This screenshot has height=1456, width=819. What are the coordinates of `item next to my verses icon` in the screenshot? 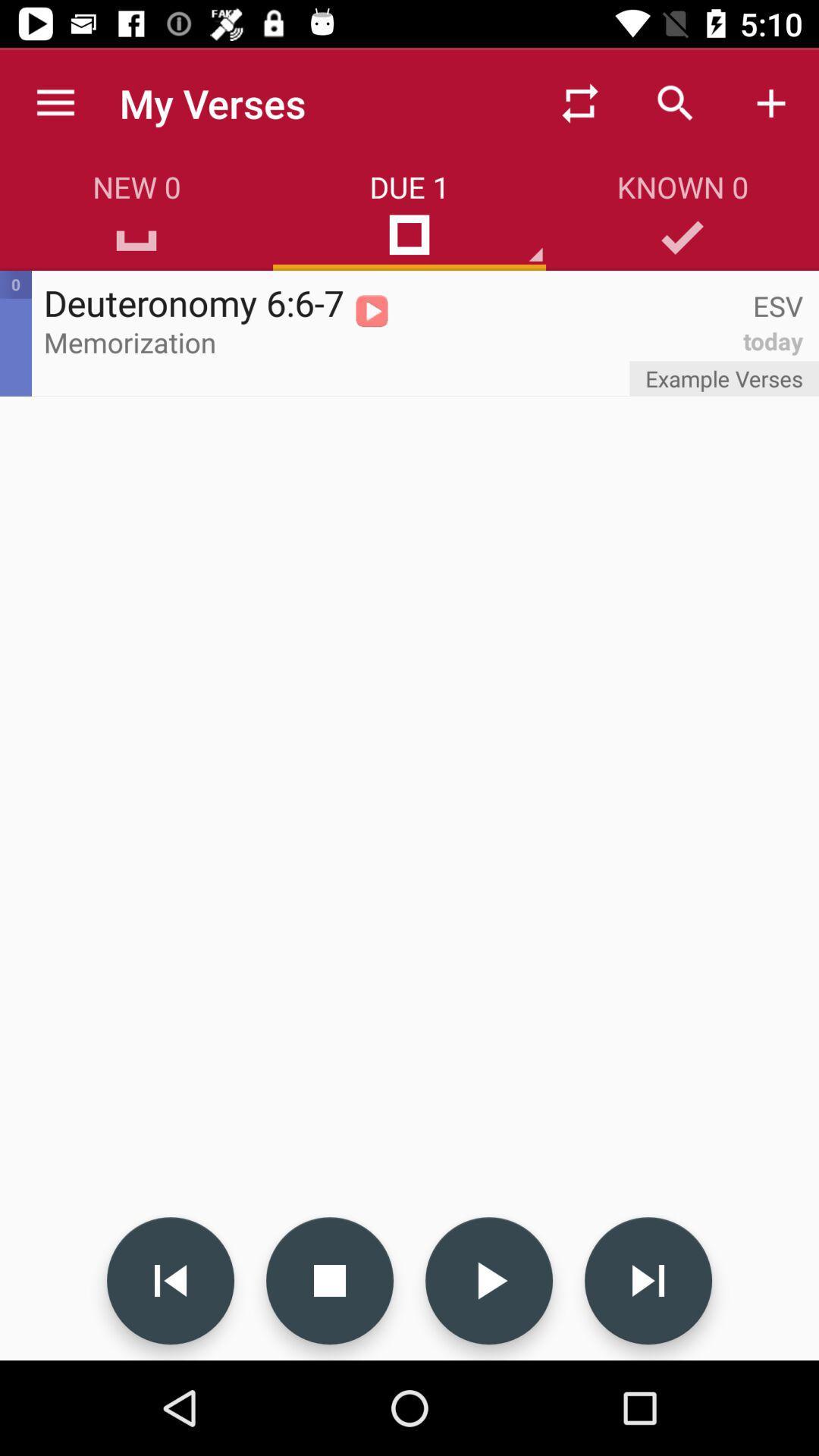 It's located at (579, 102).